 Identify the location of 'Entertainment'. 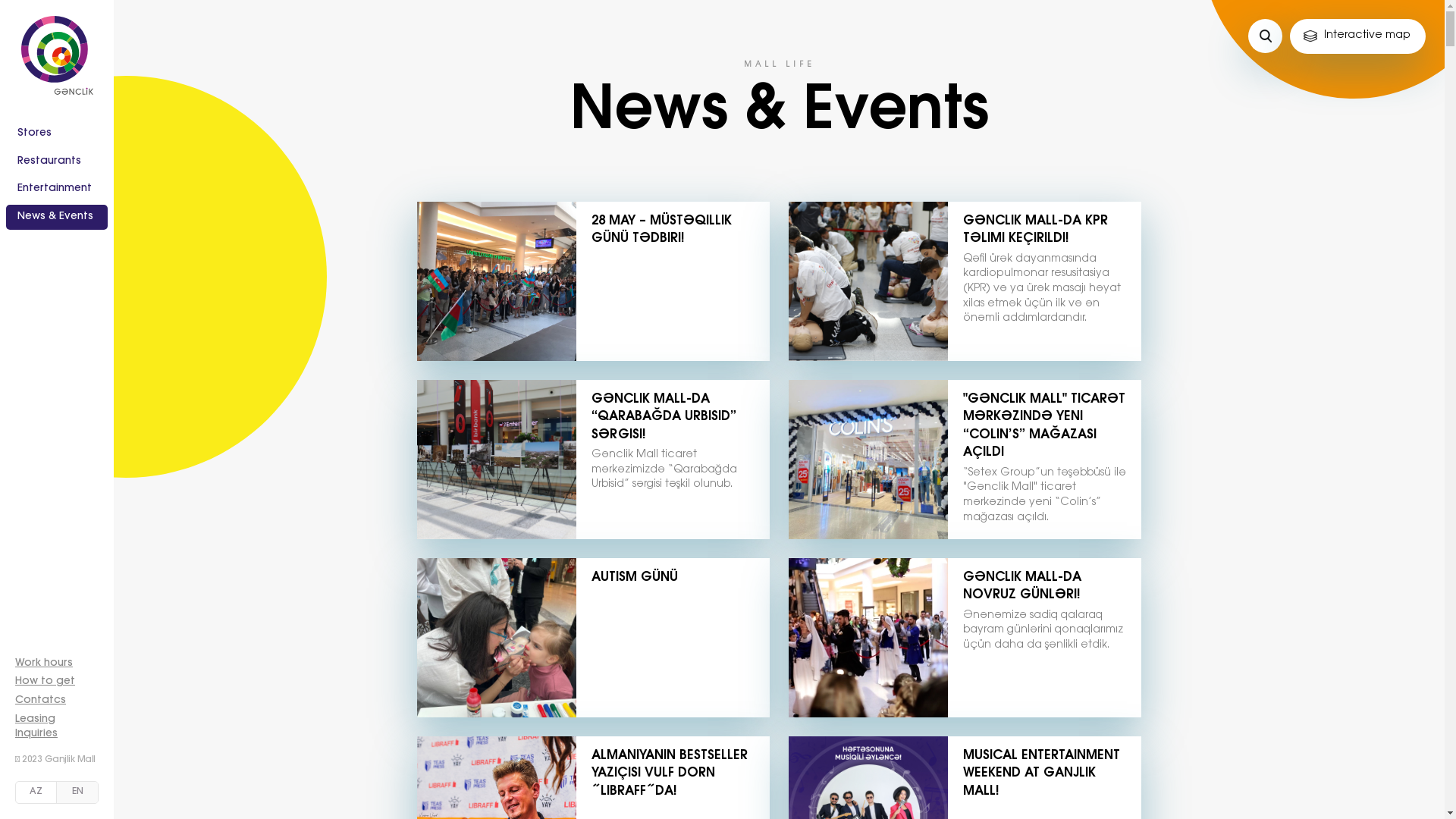
(57, 189).